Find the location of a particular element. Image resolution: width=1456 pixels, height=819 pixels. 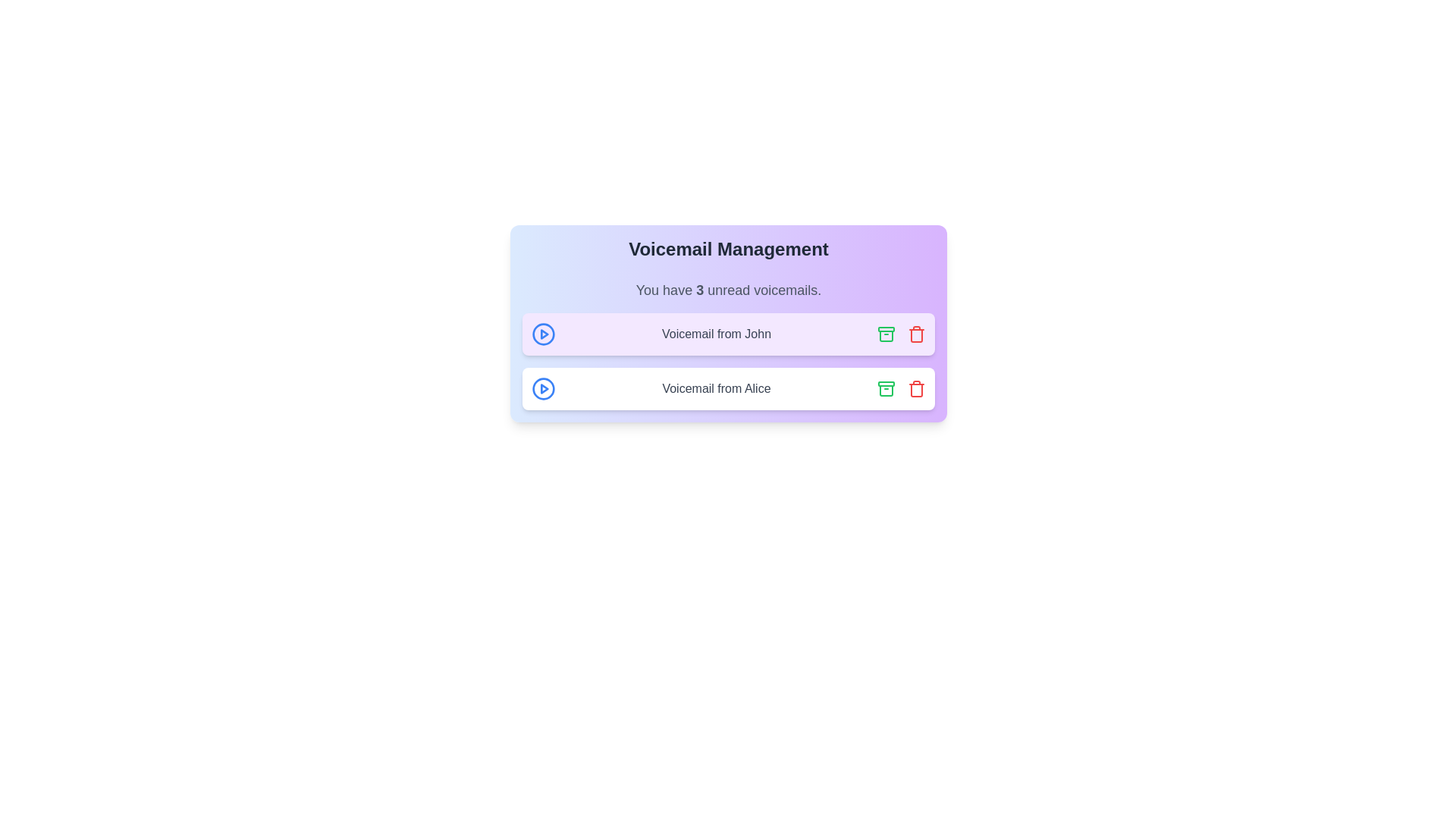

the play button located at the leftmost part of the row labeled 'Voicemail from John' to play the voicemail is located at coordinates (543, 333).